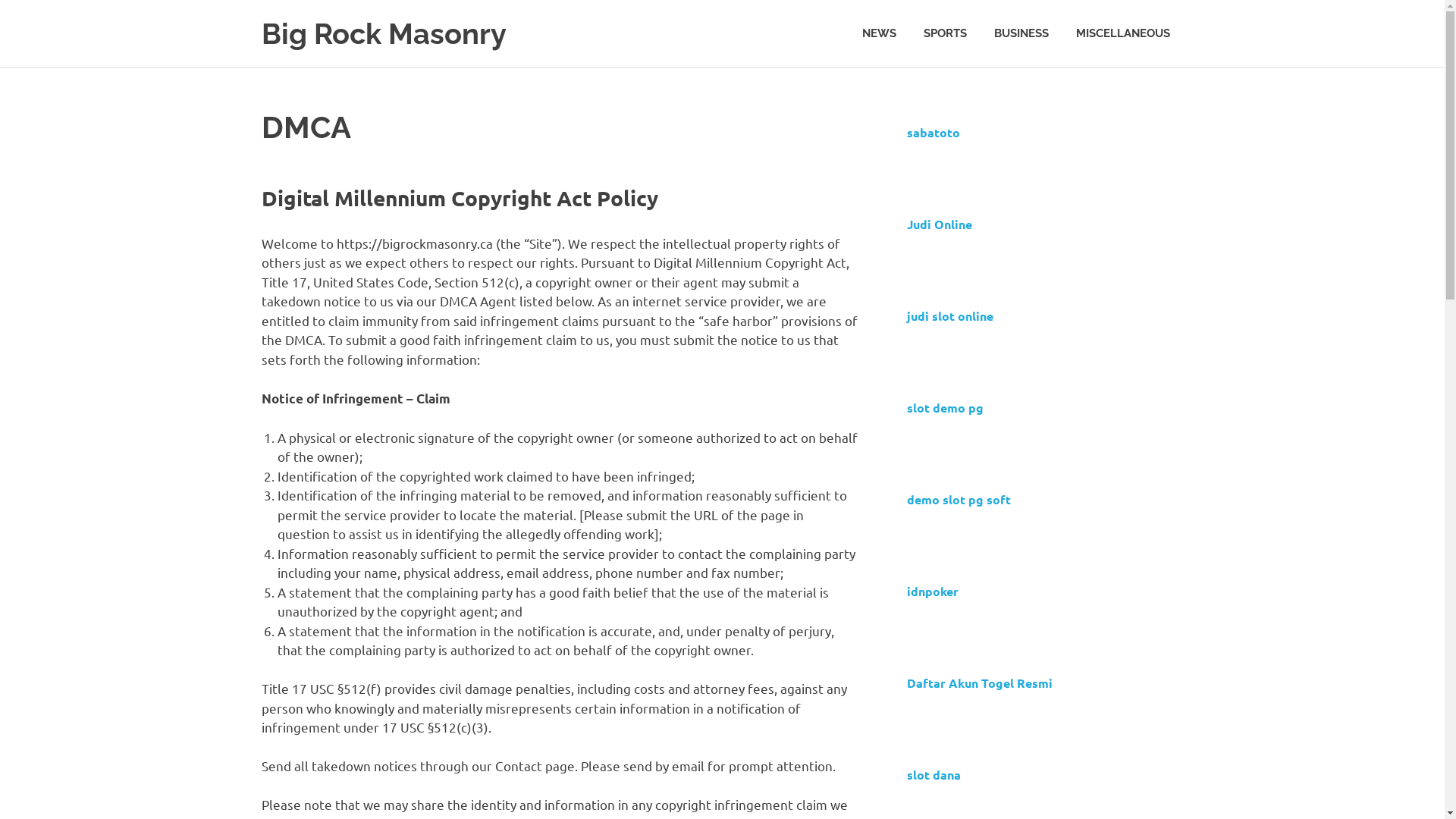 The width and height of the screenshot is (1456, 819). Describe the element at coordinates (979, 682) in the screenshot. I see `'Daftar Akun Togel Resmi'` at that location.